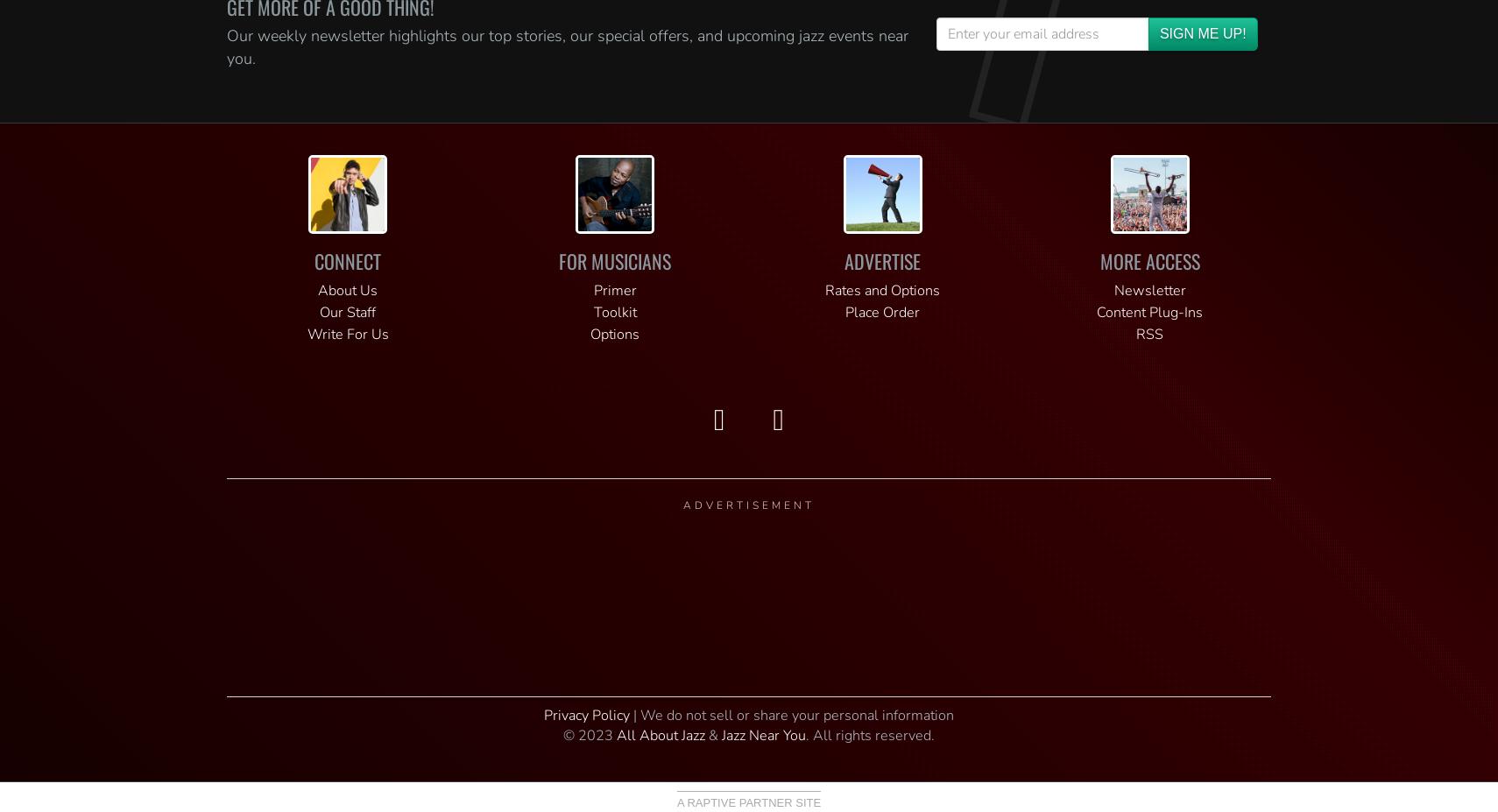 The image size is (1498, 812). What do you see at coordinates (713, 735) in the screenshot?
I see `'&'` at bounding box center [713, 735].